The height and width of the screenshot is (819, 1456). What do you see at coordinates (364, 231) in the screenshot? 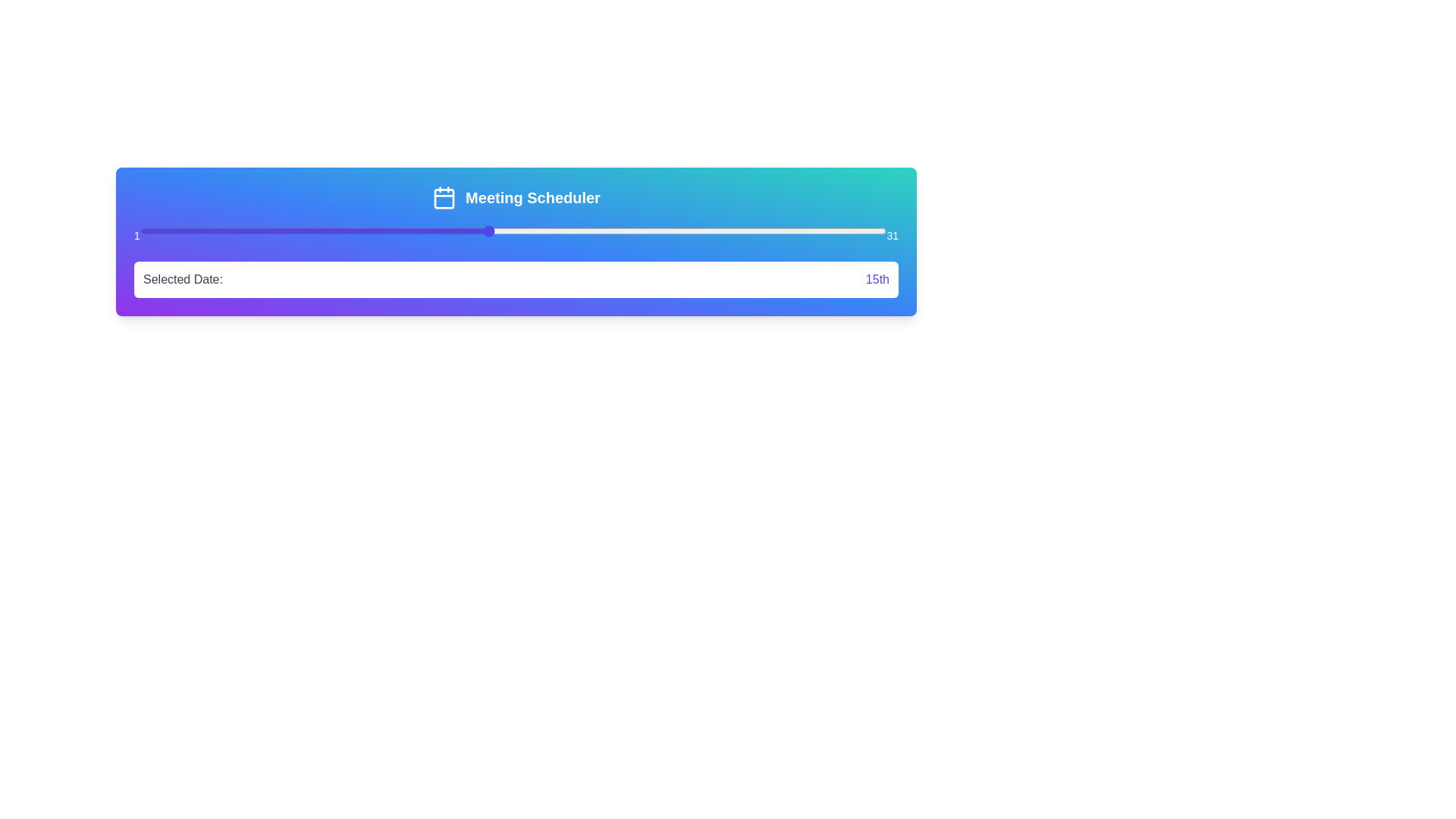
I see `the slider` at bounding box center [364, 231].